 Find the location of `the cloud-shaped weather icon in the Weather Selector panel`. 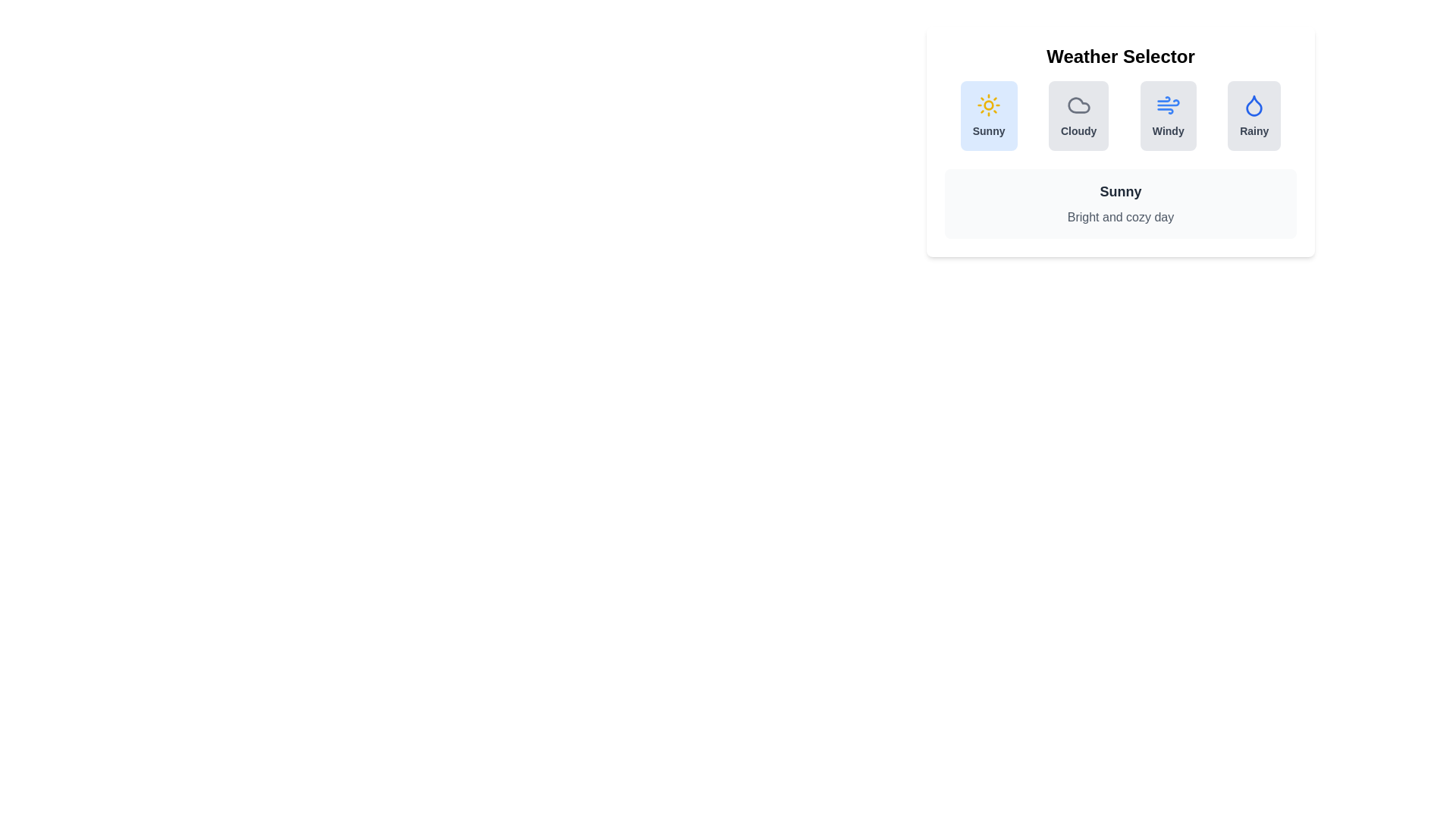

the cloud-shaped weather icon in the Weather Selector panel is located at coordinates (1078, 104).